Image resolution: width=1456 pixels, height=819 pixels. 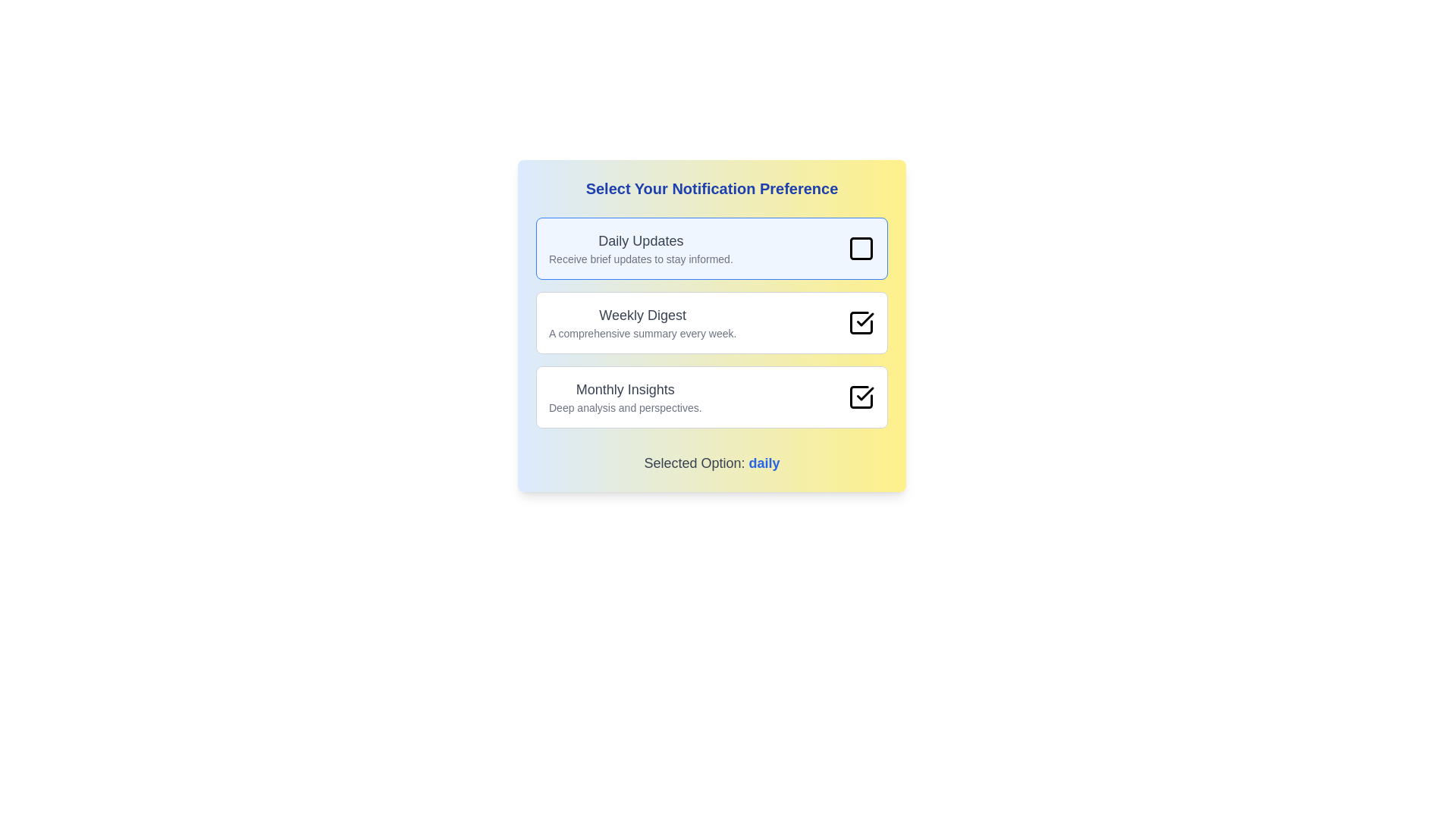 I want to click on the bold text label displaying 'Daily Updates' which is styled in dark gray and positioned above the description text, so click(x=641, y=240).